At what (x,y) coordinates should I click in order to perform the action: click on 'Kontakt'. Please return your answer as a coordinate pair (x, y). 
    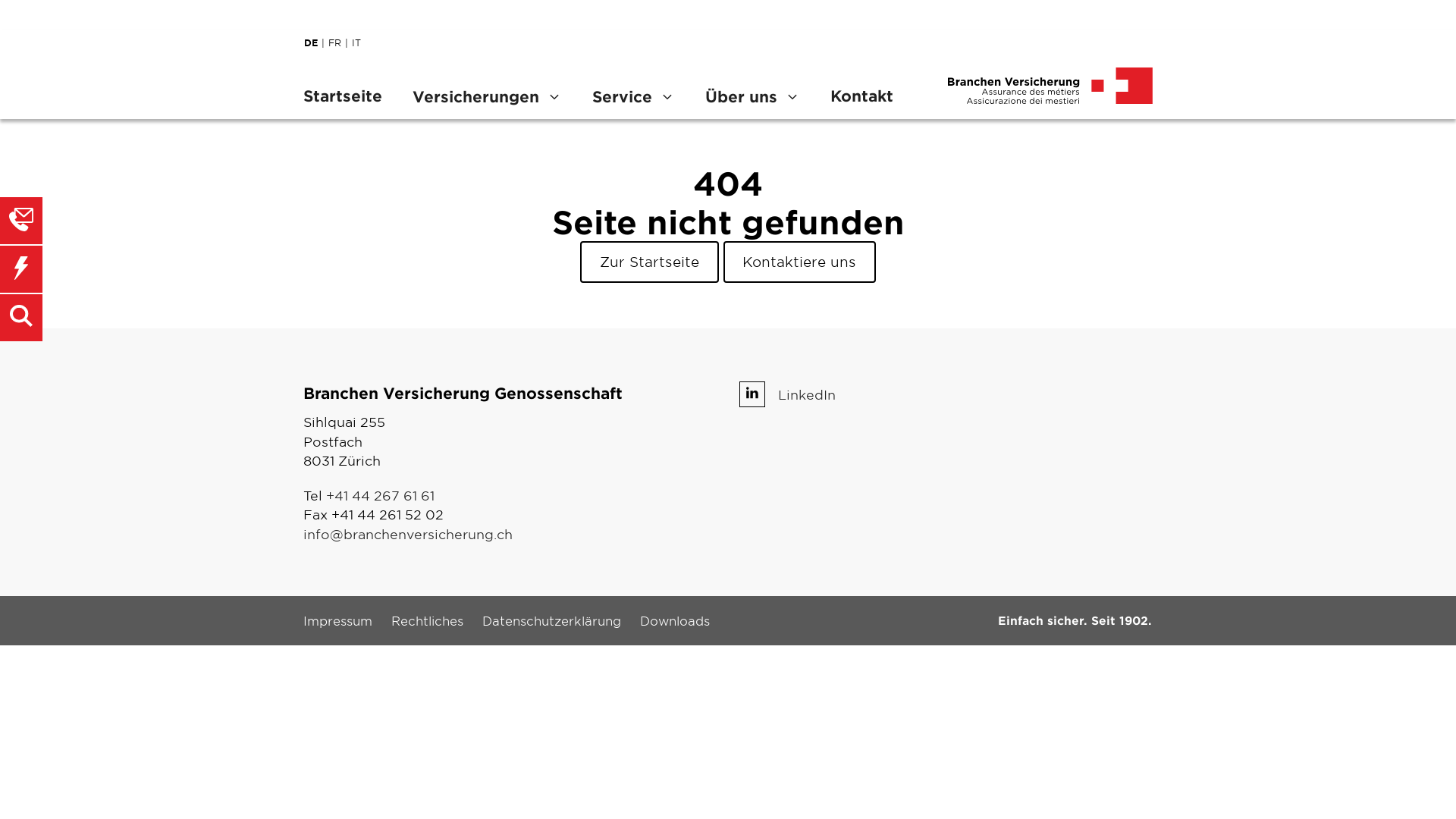
    Looking at the image, I should click on (861, 96).